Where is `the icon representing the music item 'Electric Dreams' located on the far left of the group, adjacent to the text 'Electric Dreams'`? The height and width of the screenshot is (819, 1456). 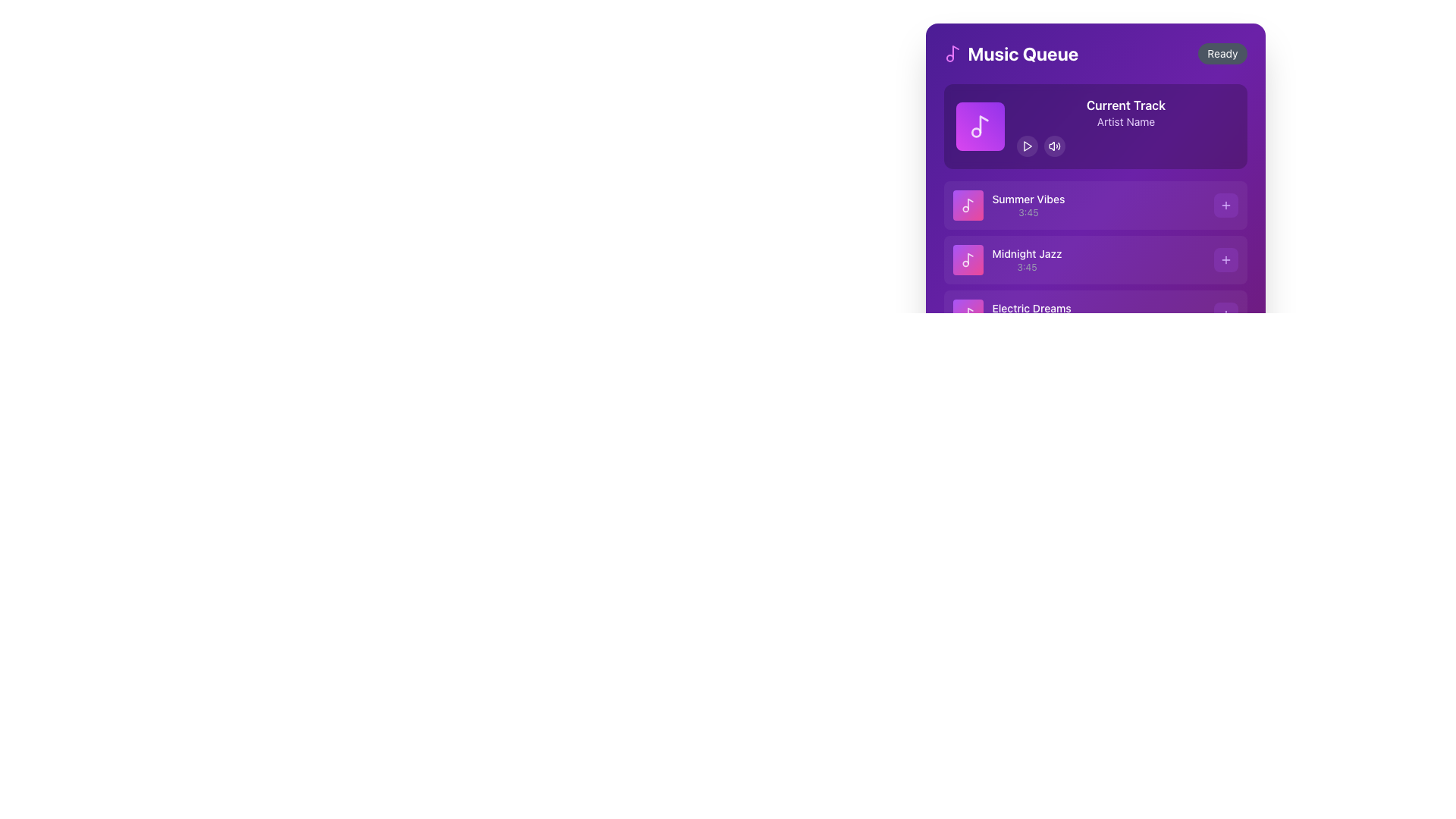 the icon representing the music item 'Electric Dreams' located on the far left of the group, adjacent to the text 'Electric Dreams' is located at coordinates (967, 314).